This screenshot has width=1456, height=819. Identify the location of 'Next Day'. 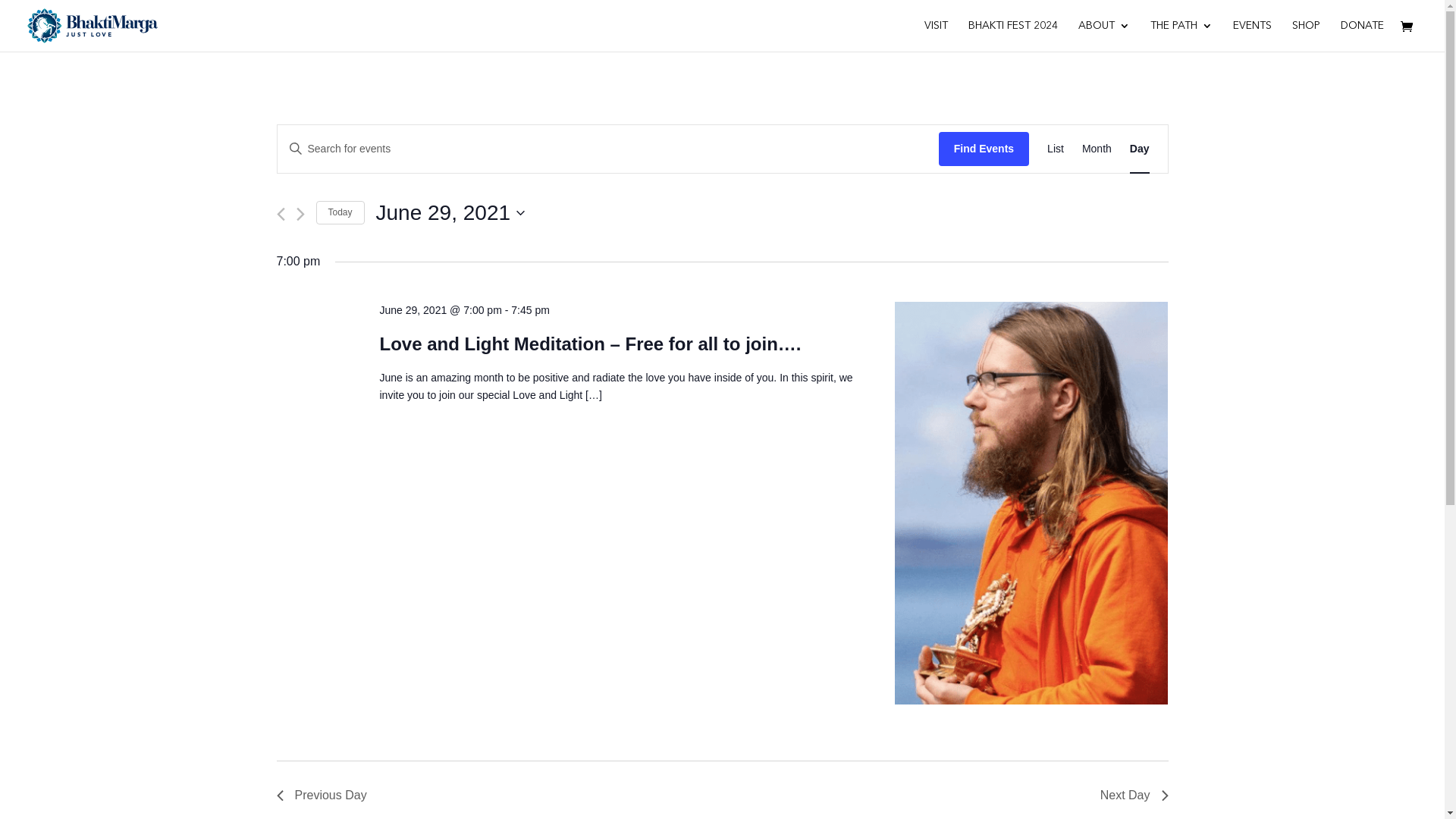
(1134, 795).